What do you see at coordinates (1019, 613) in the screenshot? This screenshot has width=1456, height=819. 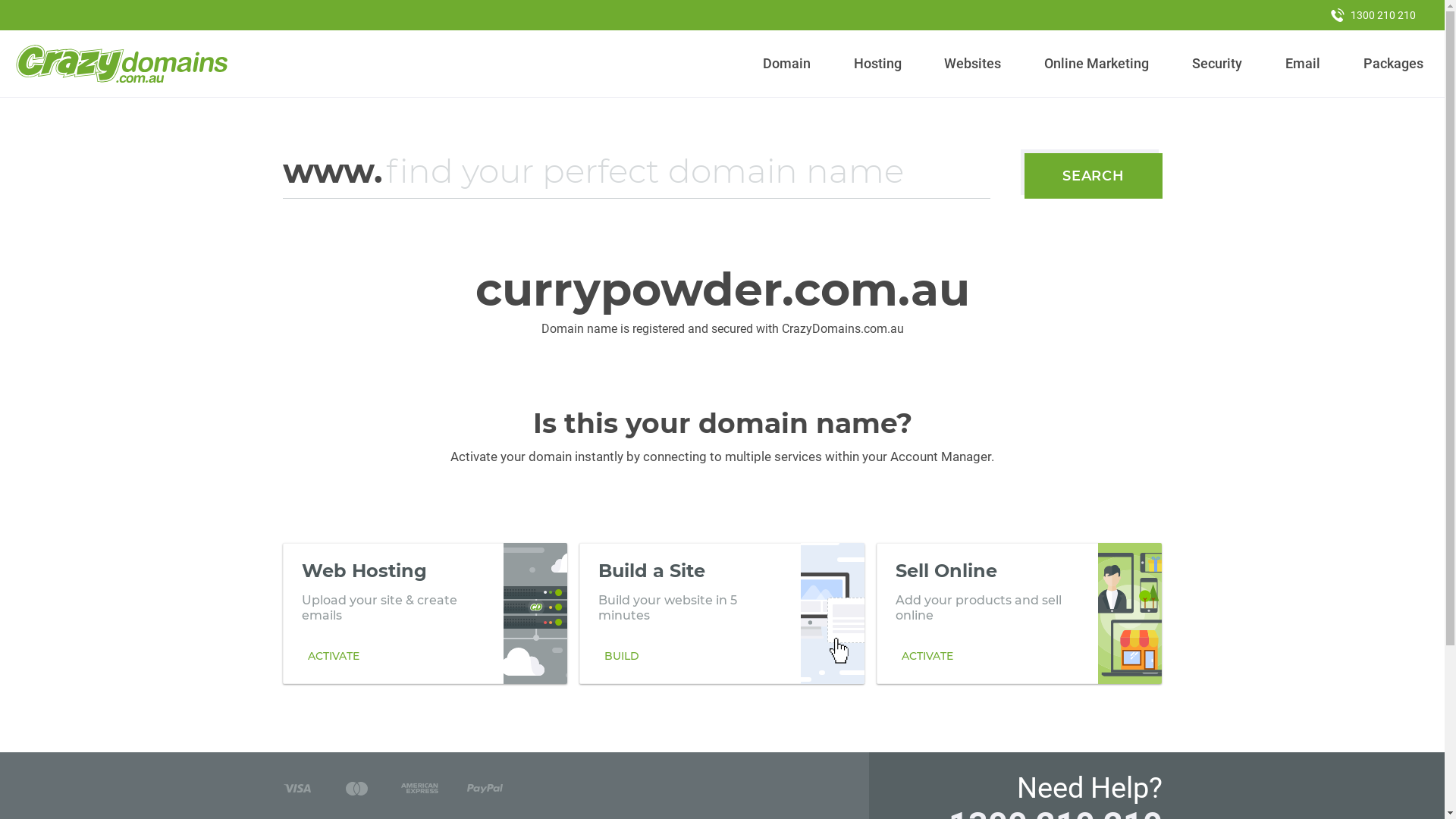 I see `'Sell Online` at bounding box center [1019, 613].